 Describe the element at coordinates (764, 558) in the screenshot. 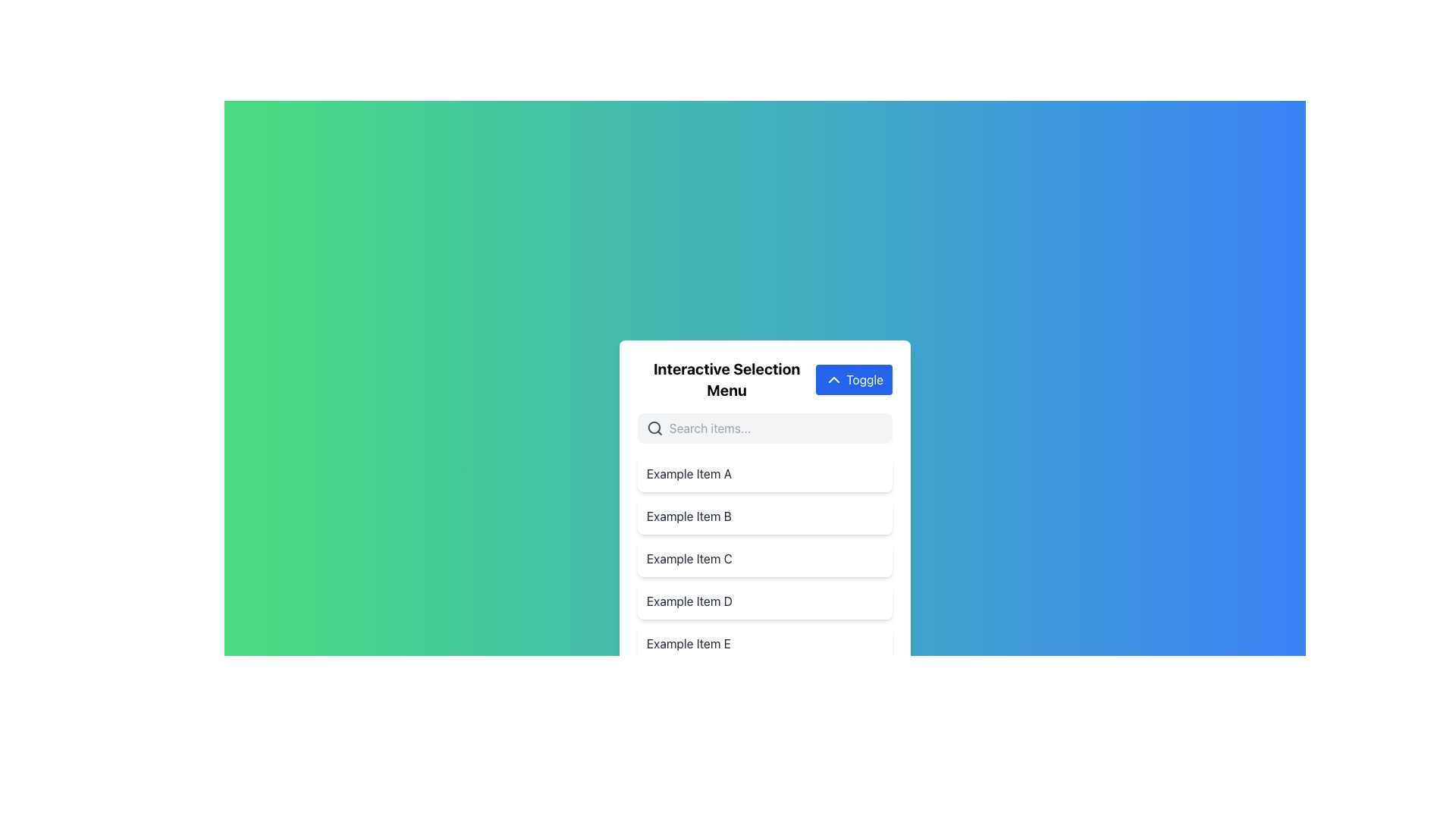

I see `keyboard navigation` at that location.